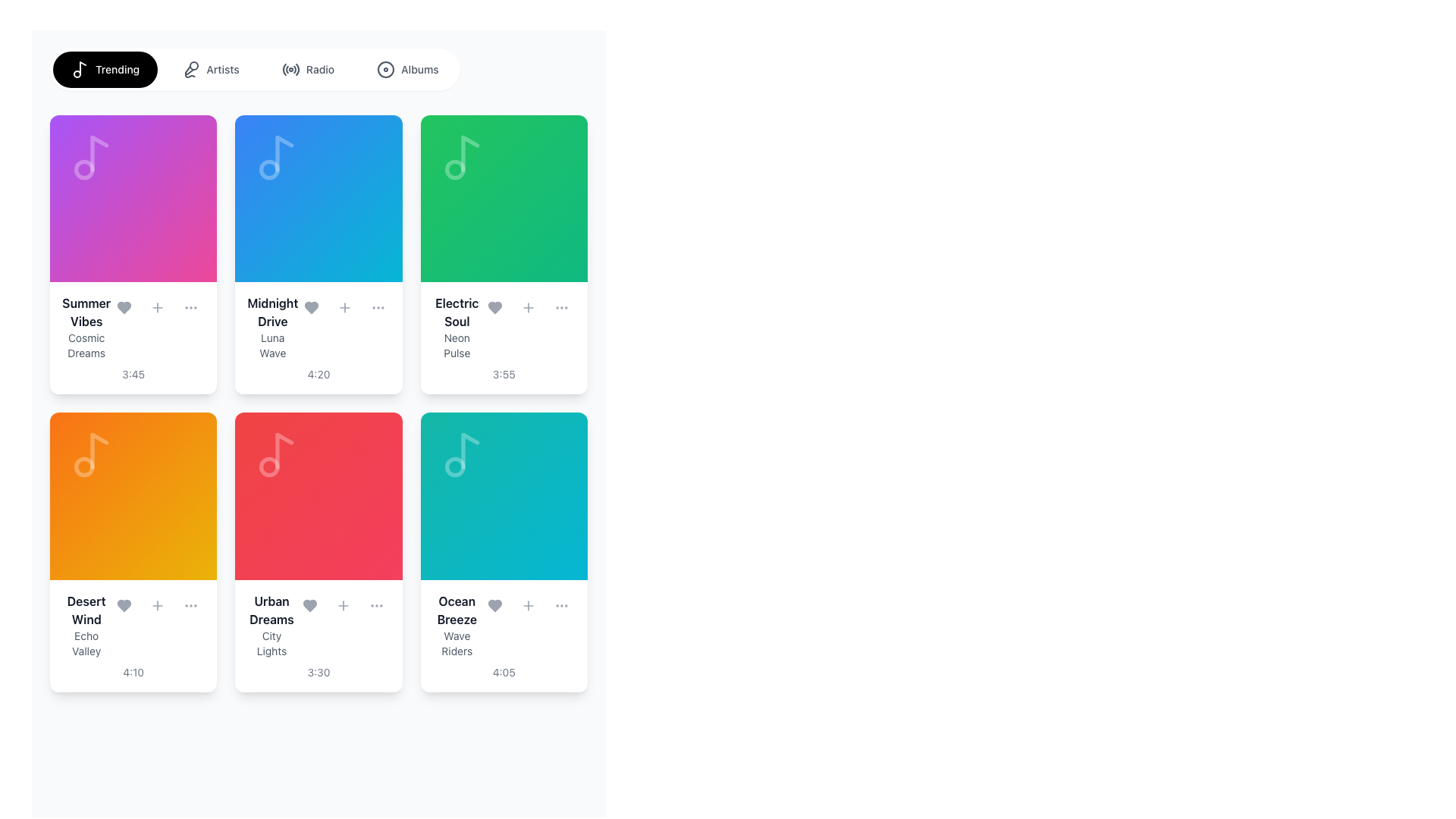 The width and height of the screenshot is (1456, 819). I want to click on the title text element of the third card in the first row, which represents a music track or collection, so click(456, 312).